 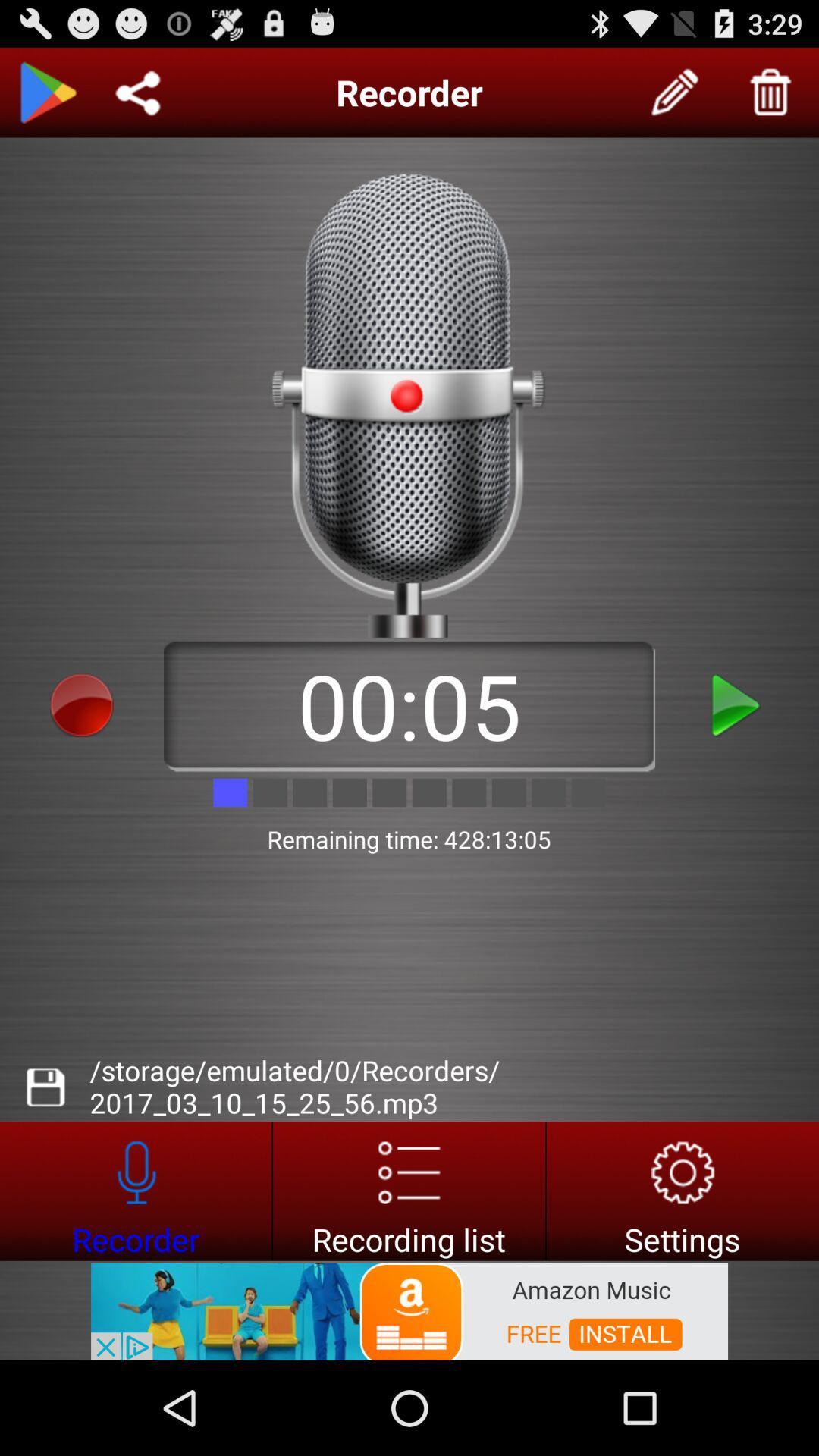 I want to click on the delete icon, so click(x=771, y=98).